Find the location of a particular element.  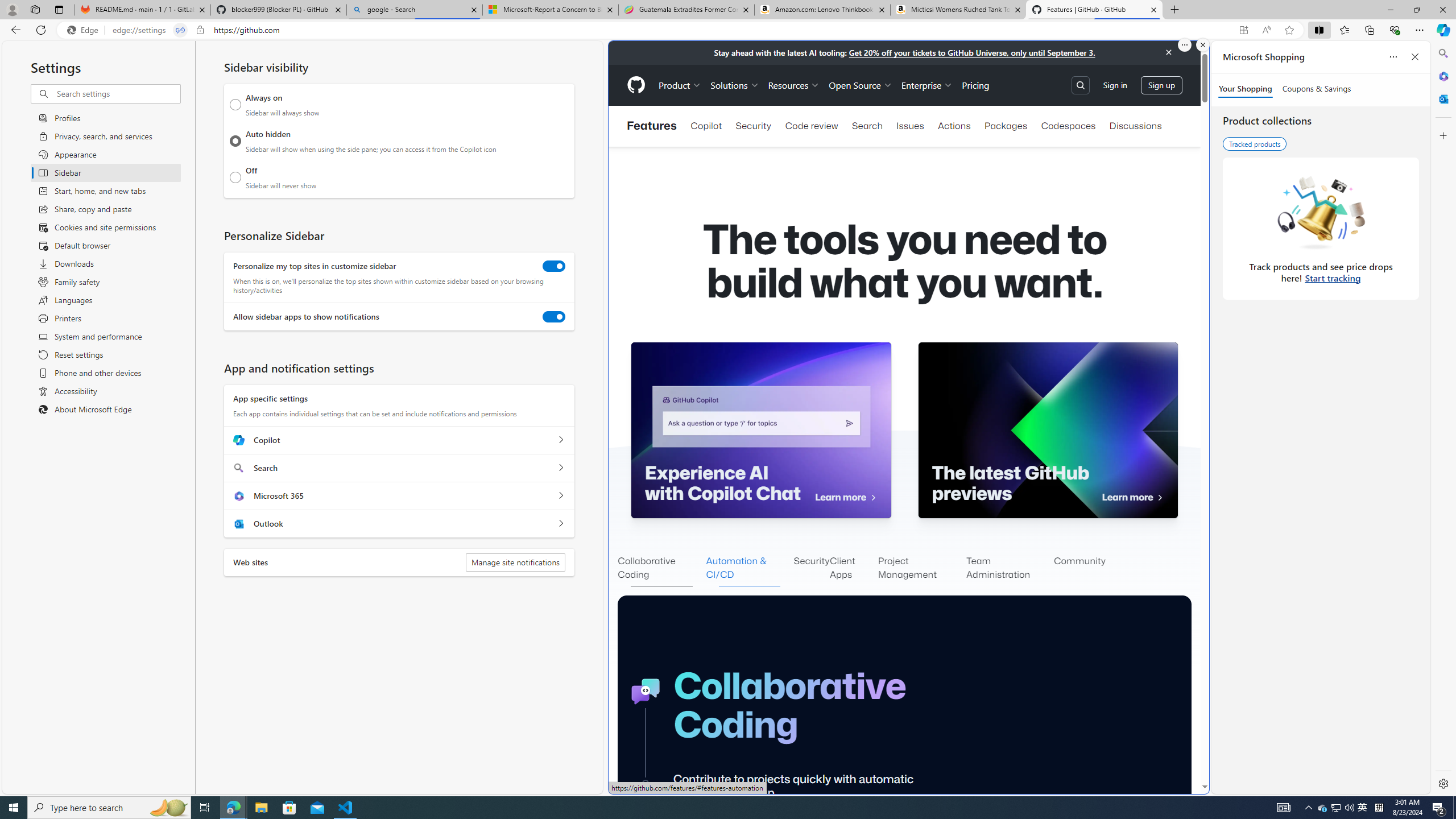

'Close split screen.' is located at coordinates (1202, 44).